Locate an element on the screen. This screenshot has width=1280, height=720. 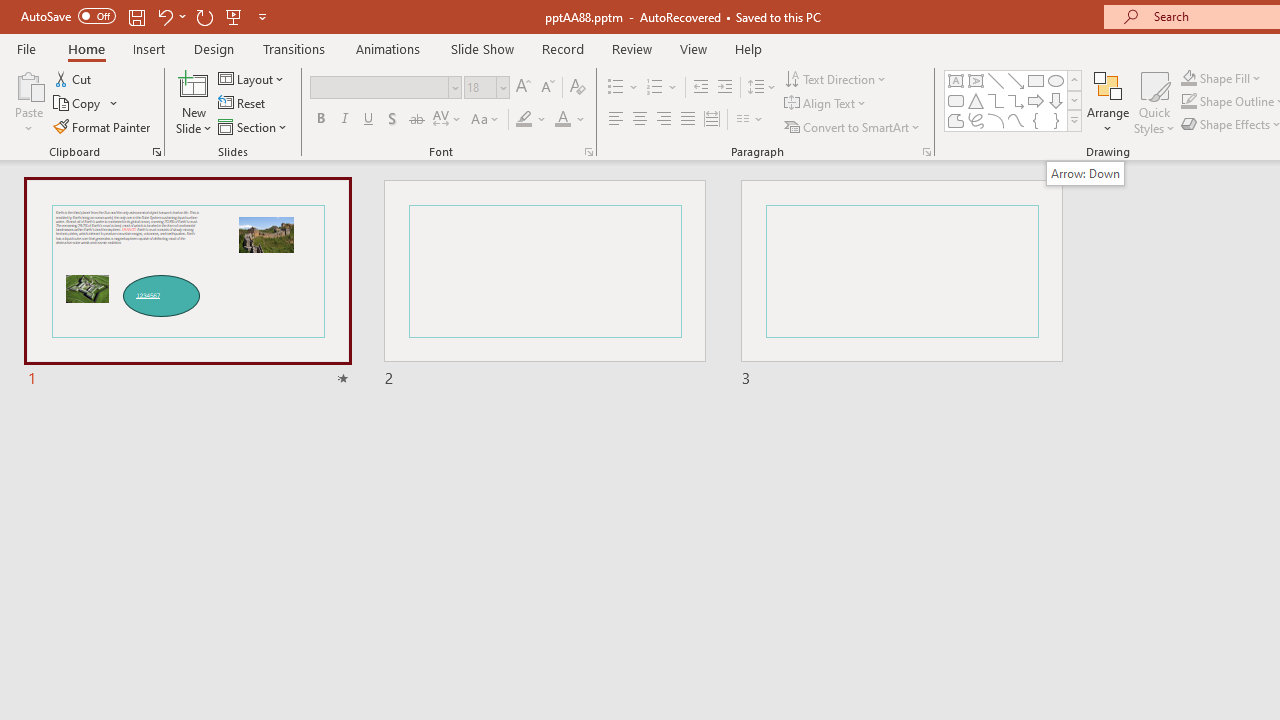
'Oval' is located at coordinates (1055, 80).